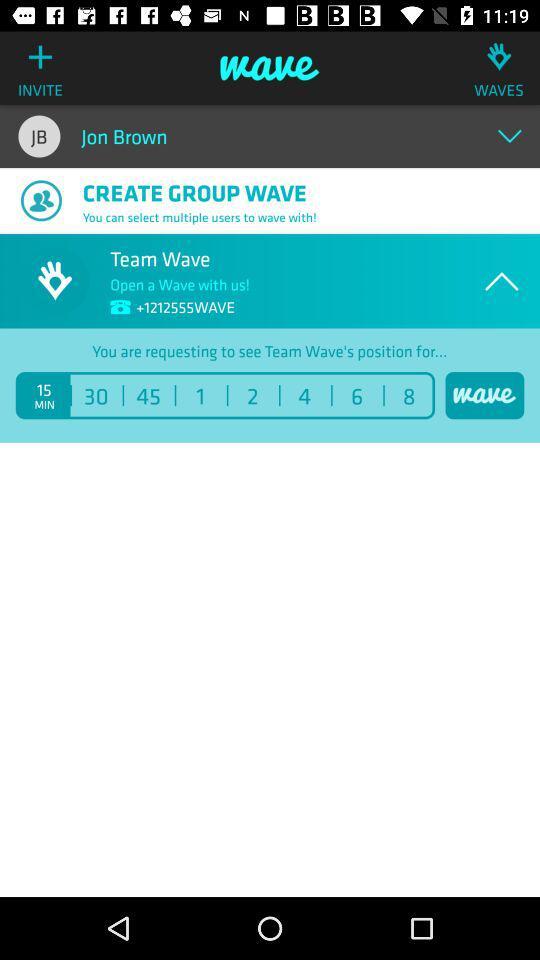 Image resolution: width=540 pixels, height=960 pixels. What do you see at coordinates (270, 68) in the screenshot?
I see `icon next to the waves` at bounding box center [270, 68].